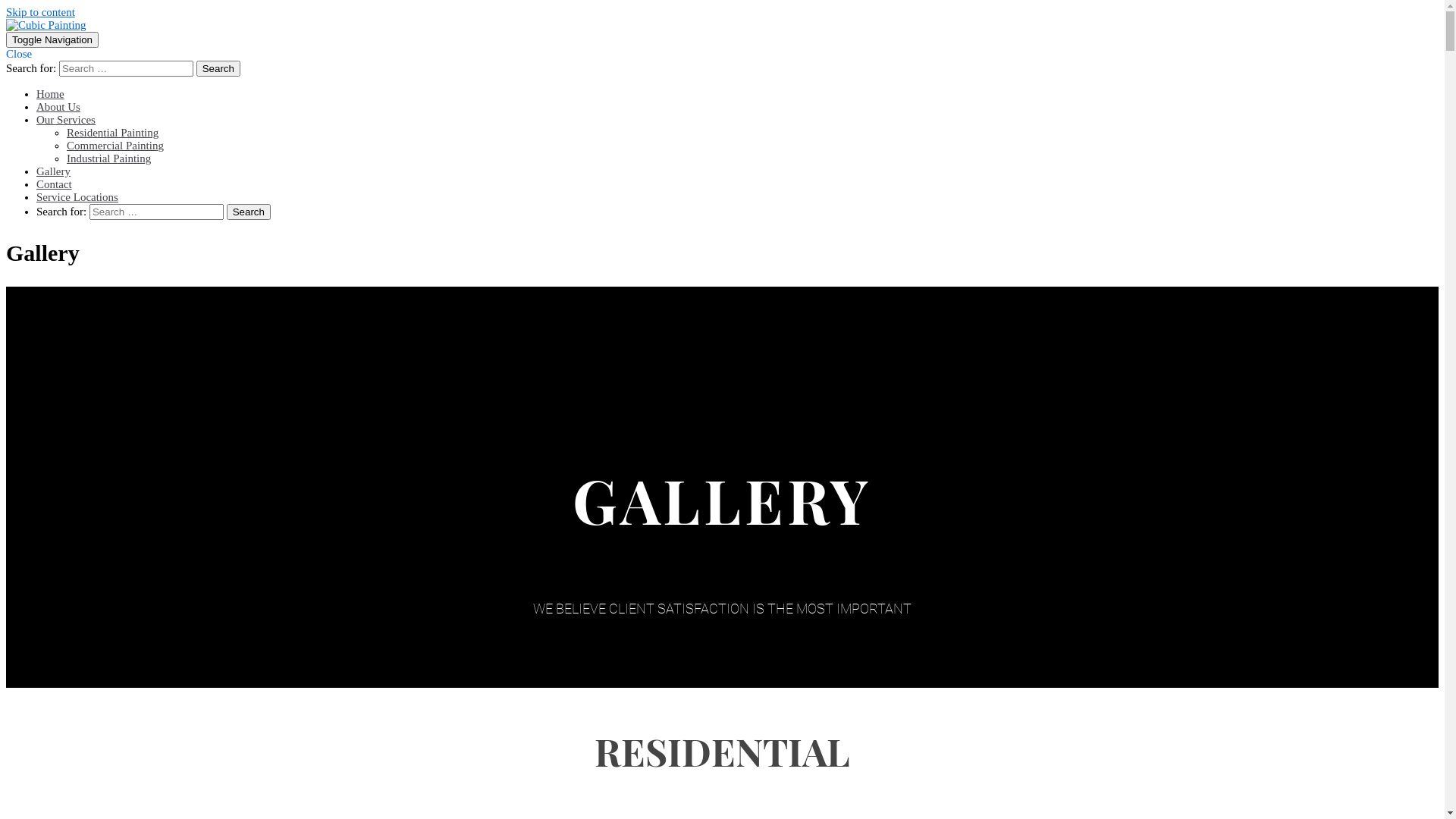  What do you see at coordinates (36, 106) in the screenshot?
I see `'About Us'` at bounding box center [36, 106].